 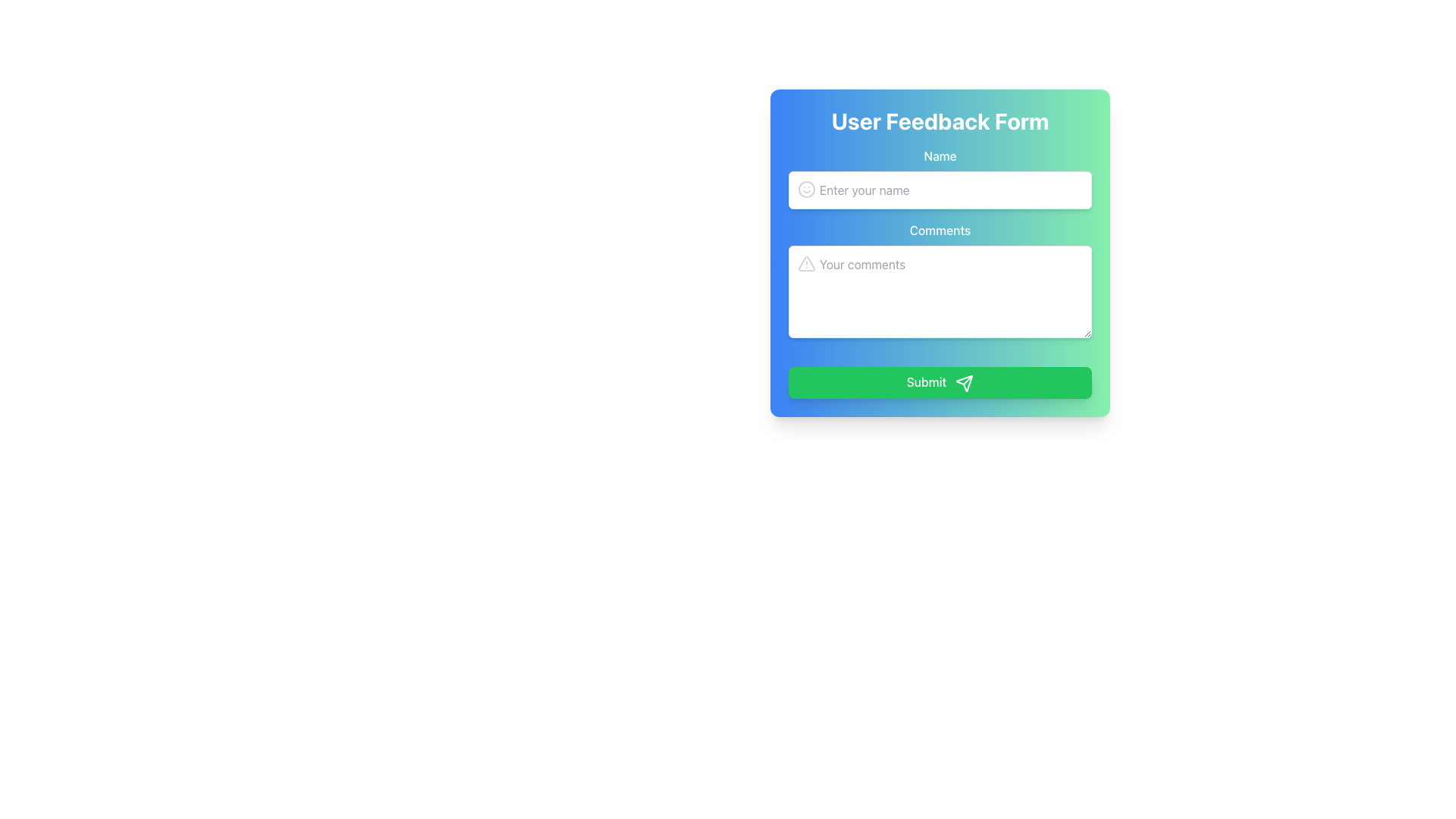 What do you see at coordinates (939, 381) in the screenshot?
I see `the submission button located at the bottom of the feedback form` at bounding box center [939, 381].